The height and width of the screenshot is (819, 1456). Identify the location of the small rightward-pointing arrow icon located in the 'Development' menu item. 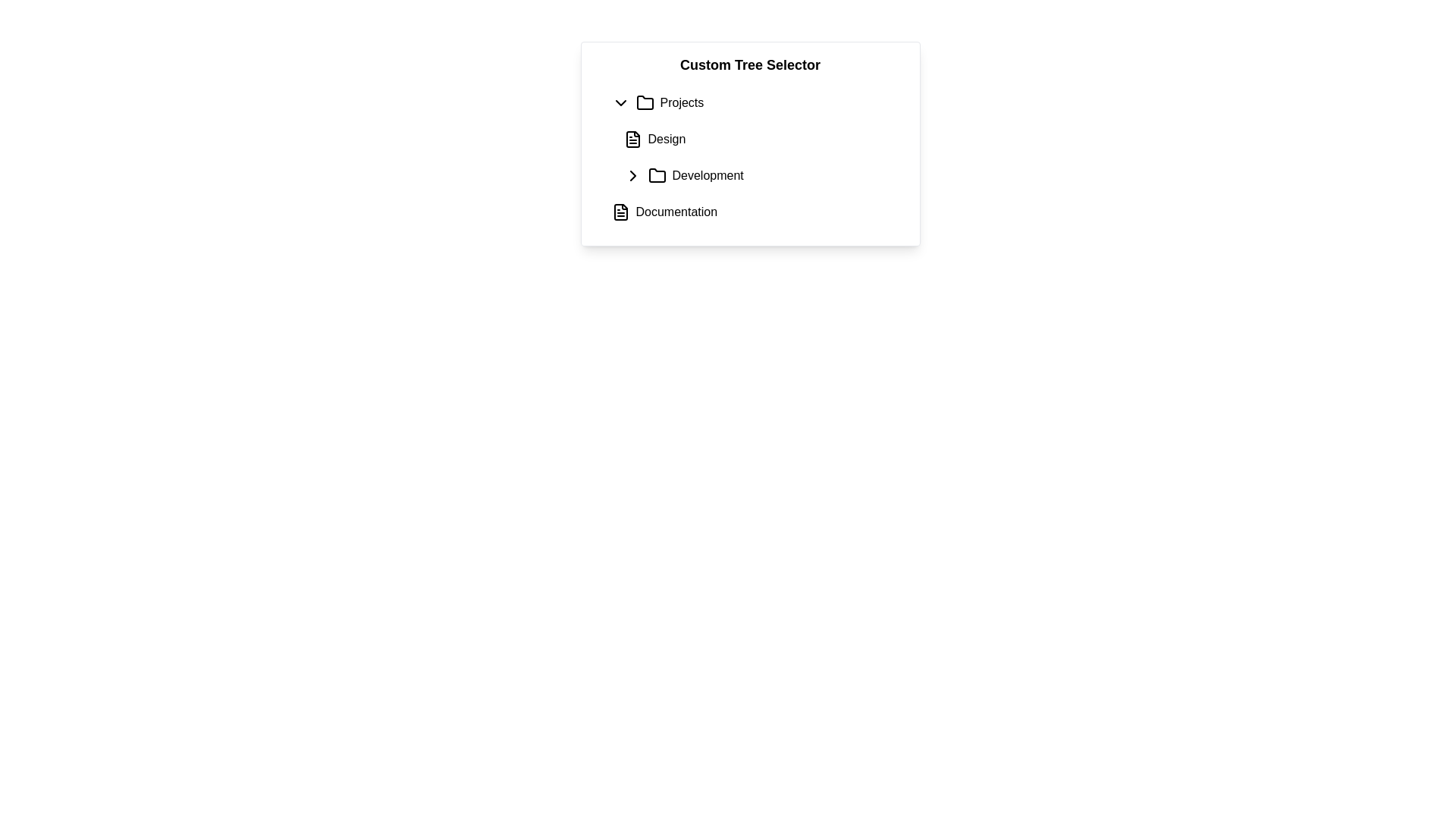
(632, 174).